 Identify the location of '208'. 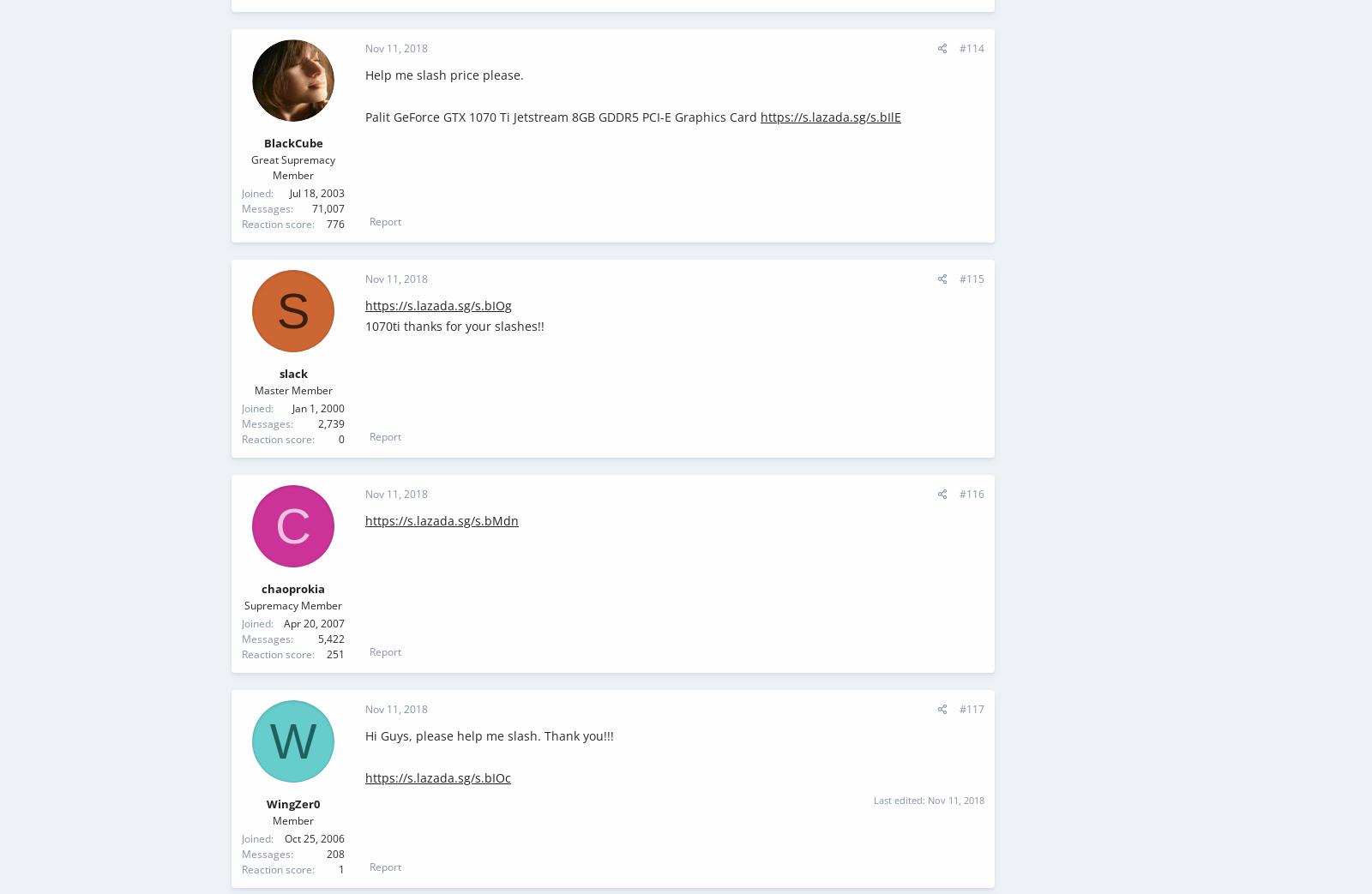
(335, 853).